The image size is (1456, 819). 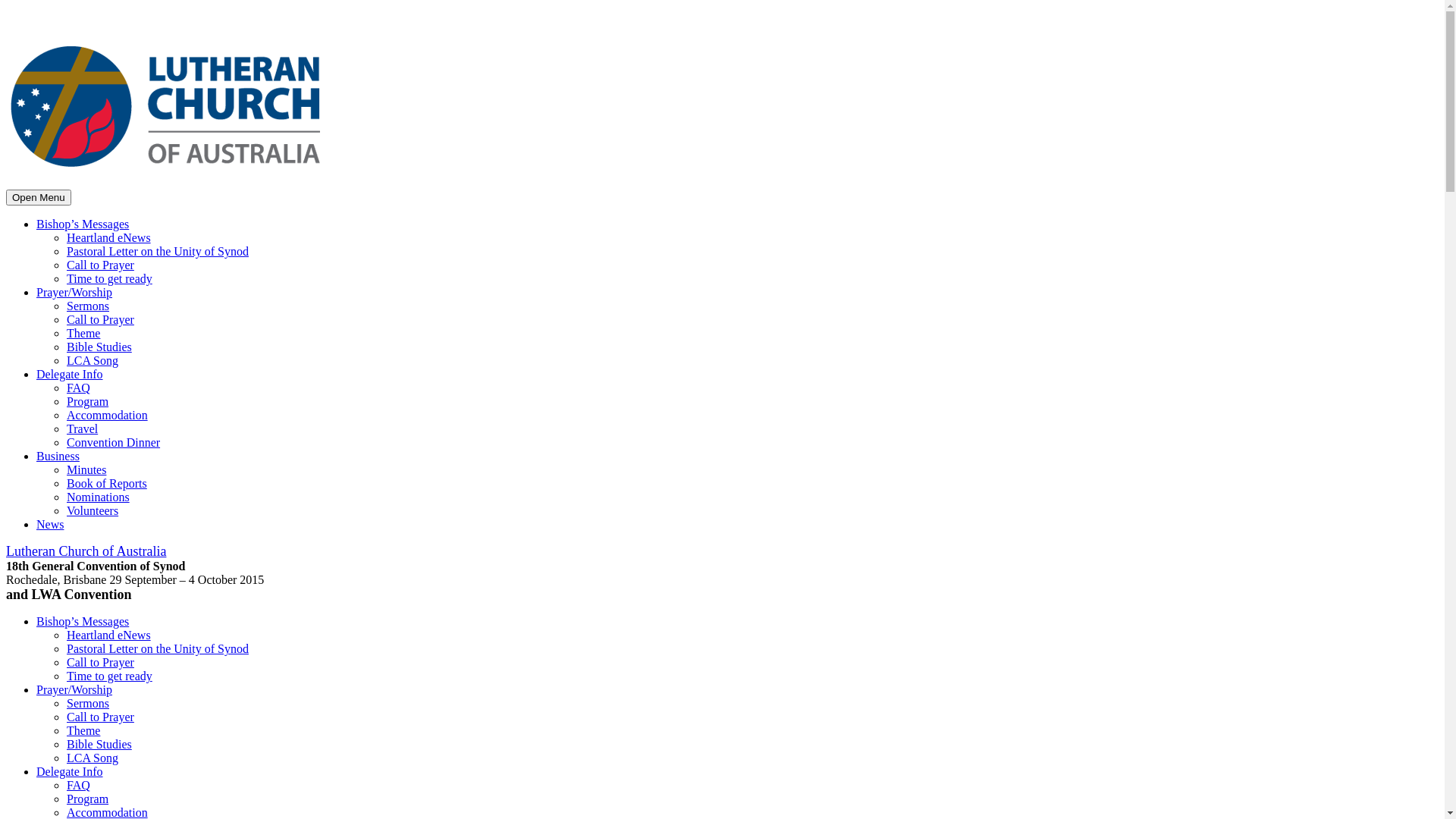 I want to click on 'Travel', so click(x=81, y=428).